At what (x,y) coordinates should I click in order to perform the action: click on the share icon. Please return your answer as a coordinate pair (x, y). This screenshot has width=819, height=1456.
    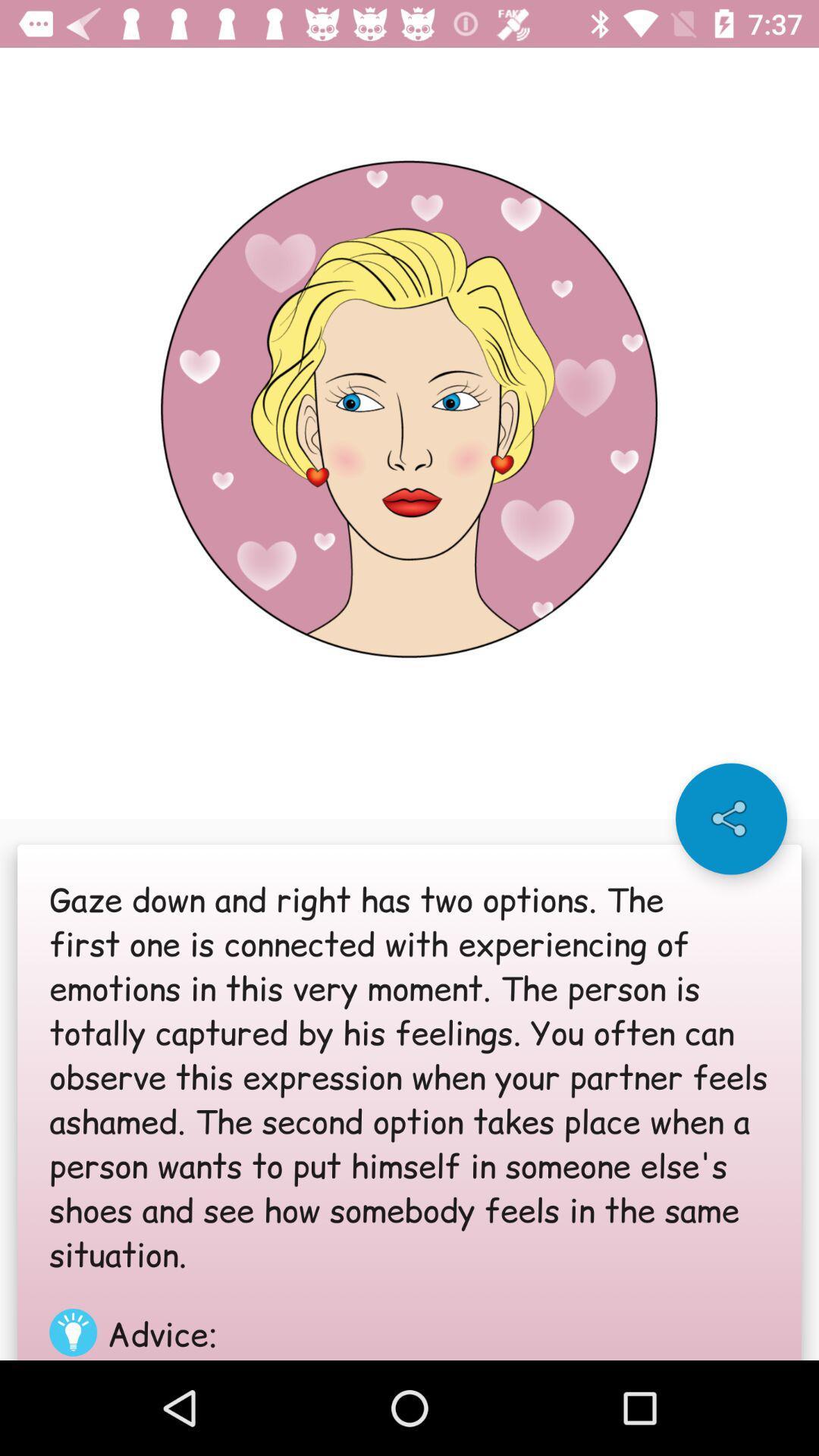
    Looking at the image, I should click on (730, 818).